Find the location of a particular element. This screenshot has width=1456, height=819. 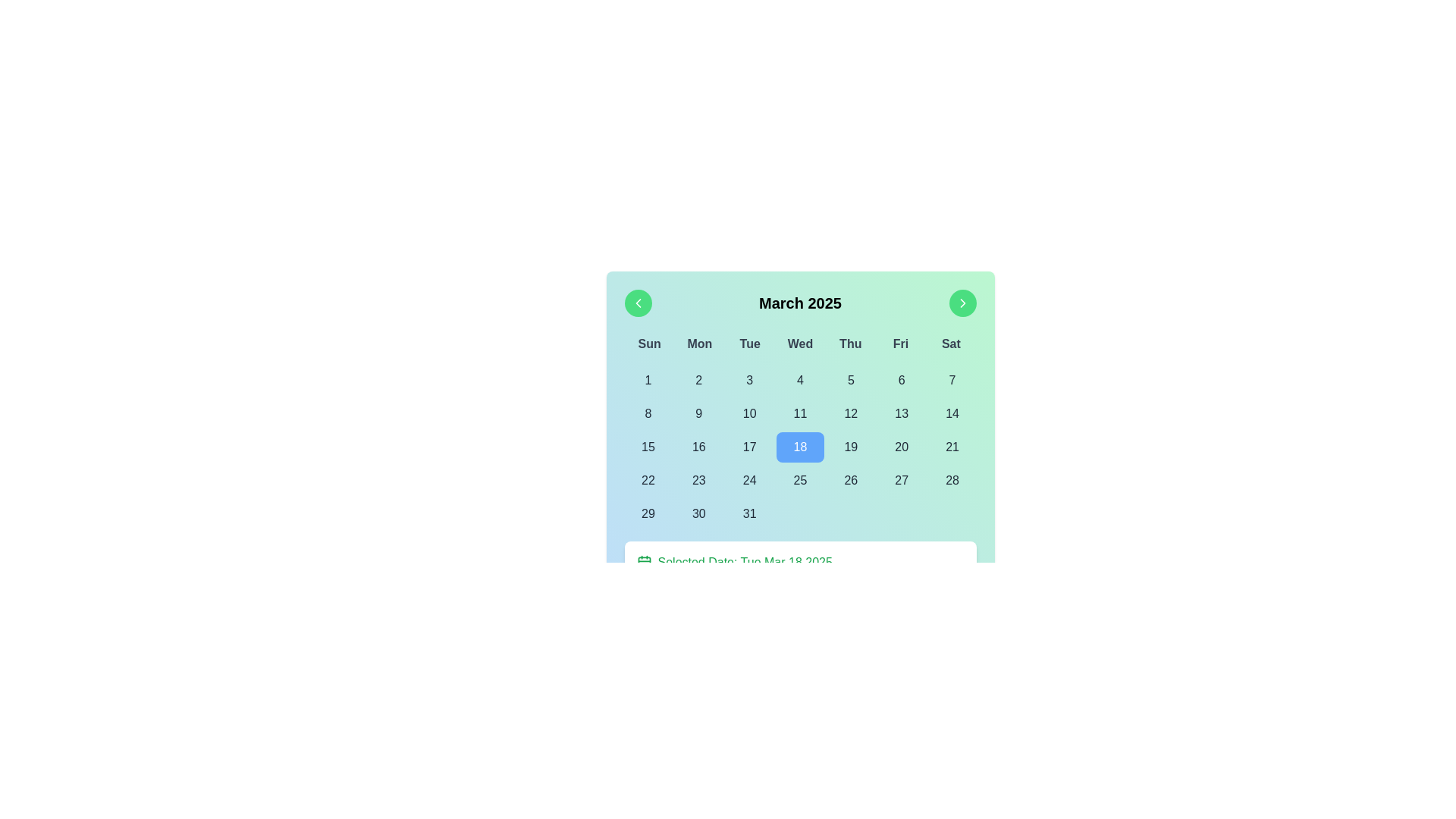

the rounded rectangular button displaying '29' is located at coordinates (648, 513).